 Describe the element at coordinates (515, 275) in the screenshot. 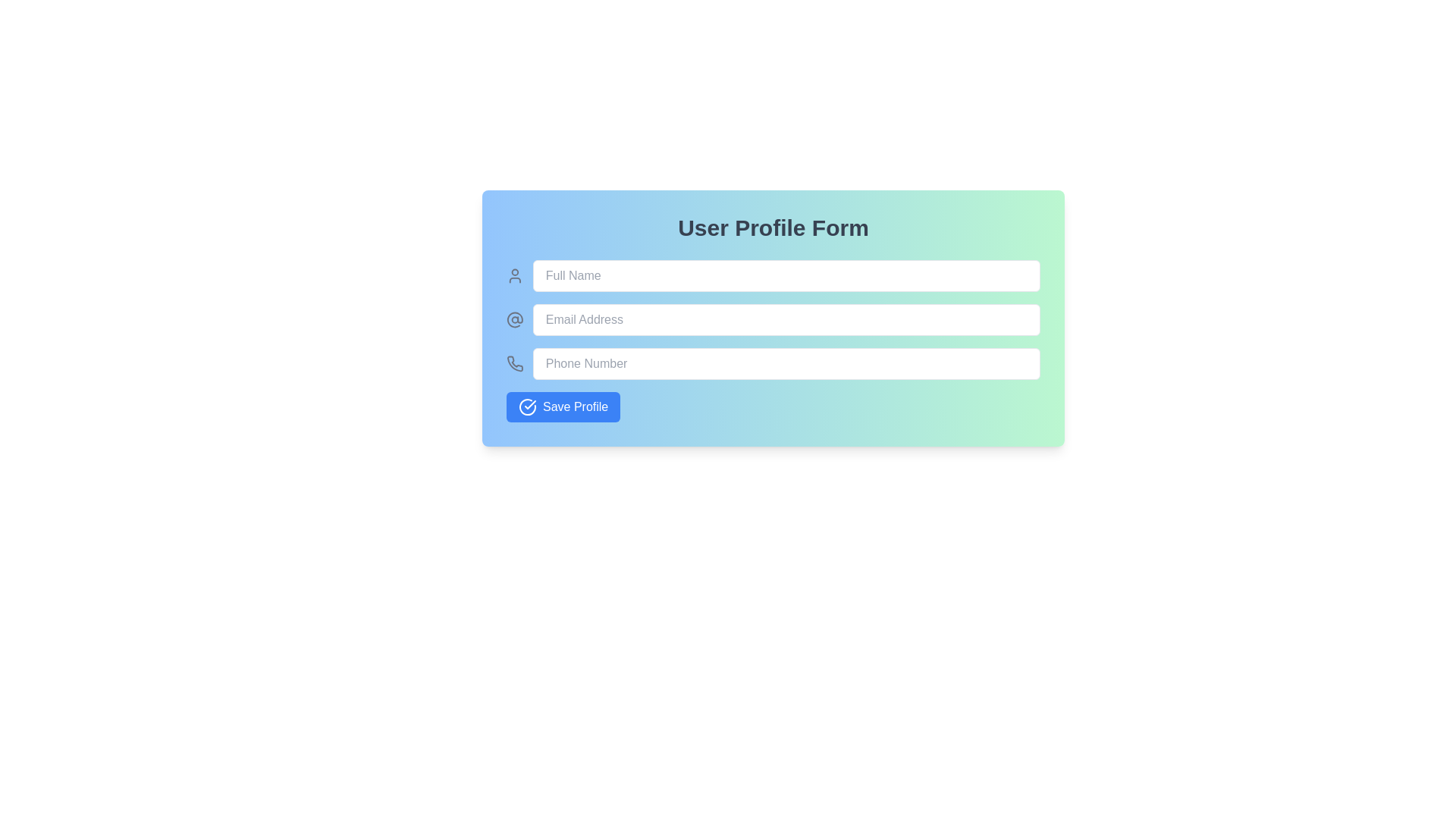

I see `the user icon, which is a simplified outline of a head and shoulders located to the left of the 'Full Name' text field in the User Profile Form` at that location.